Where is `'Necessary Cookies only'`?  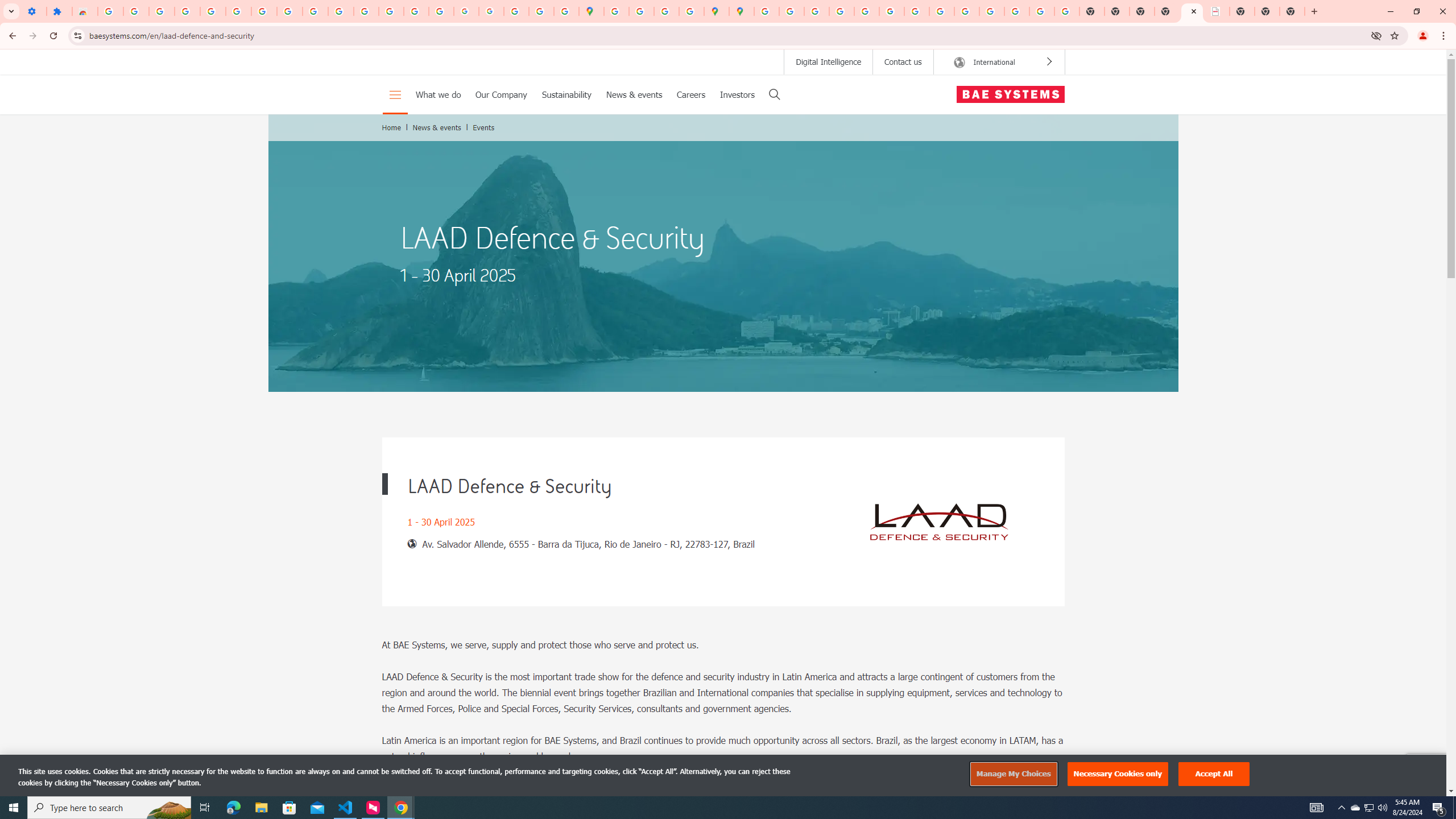
'Necessary Cookies only' is located at coordinates (1118, 773).